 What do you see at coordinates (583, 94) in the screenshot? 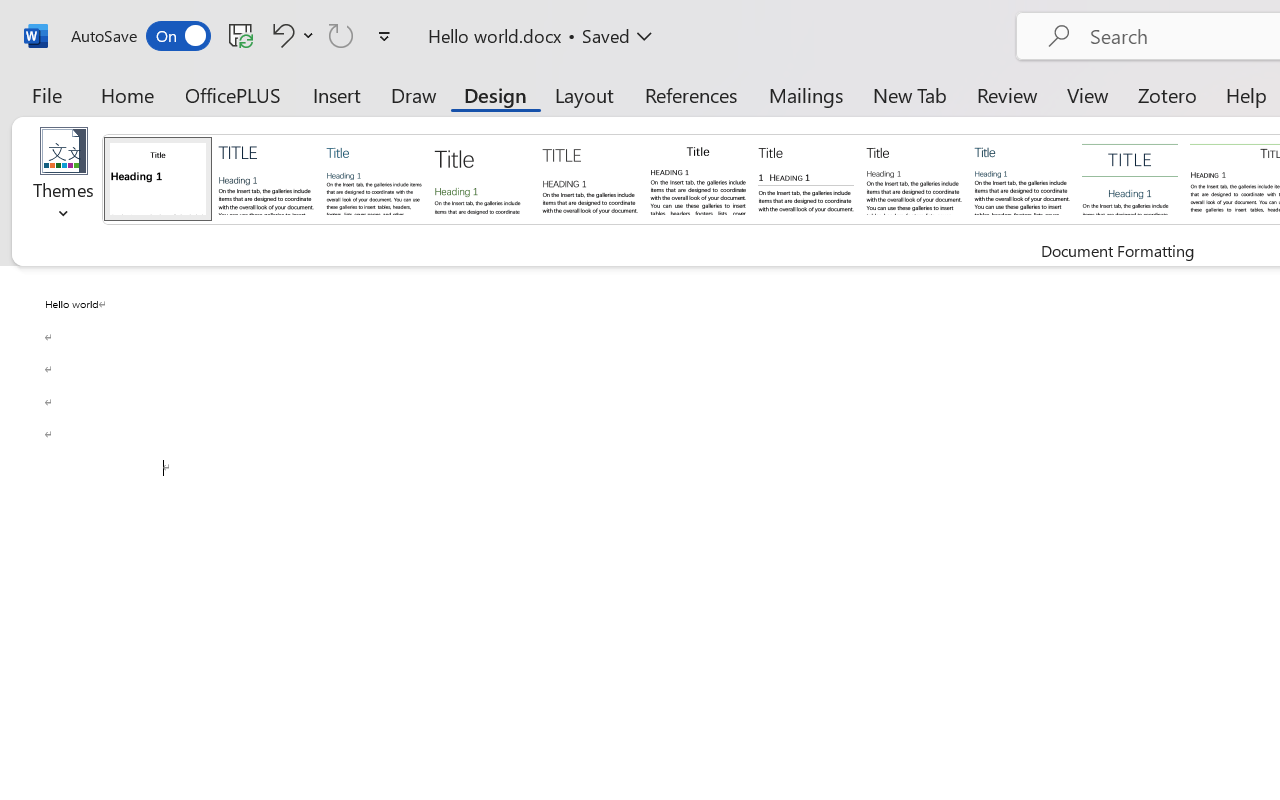
I see `'Layout'` at bounding box center [583, 94].